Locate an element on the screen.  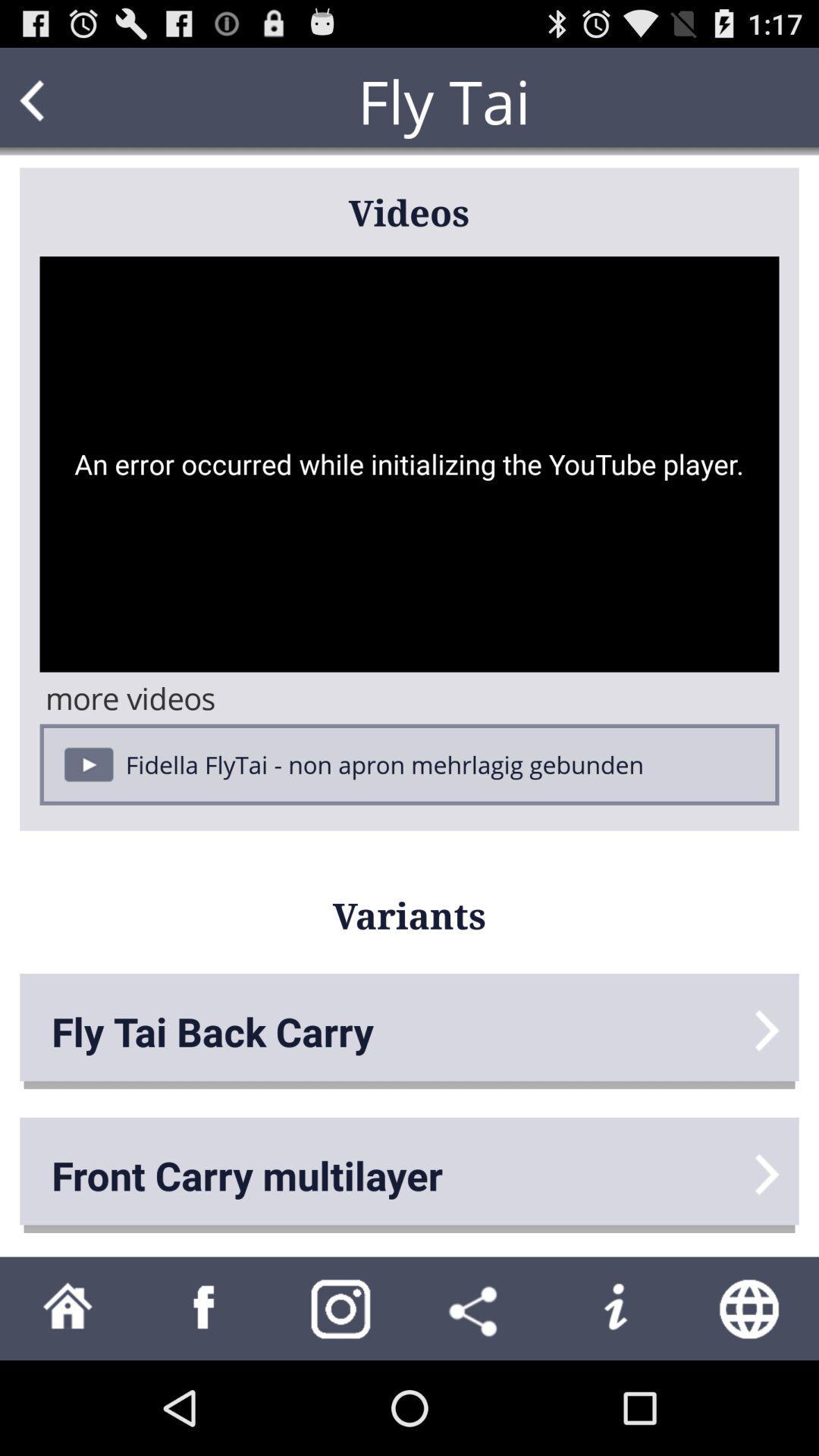
home screen is located at coordinates (67, 1307).